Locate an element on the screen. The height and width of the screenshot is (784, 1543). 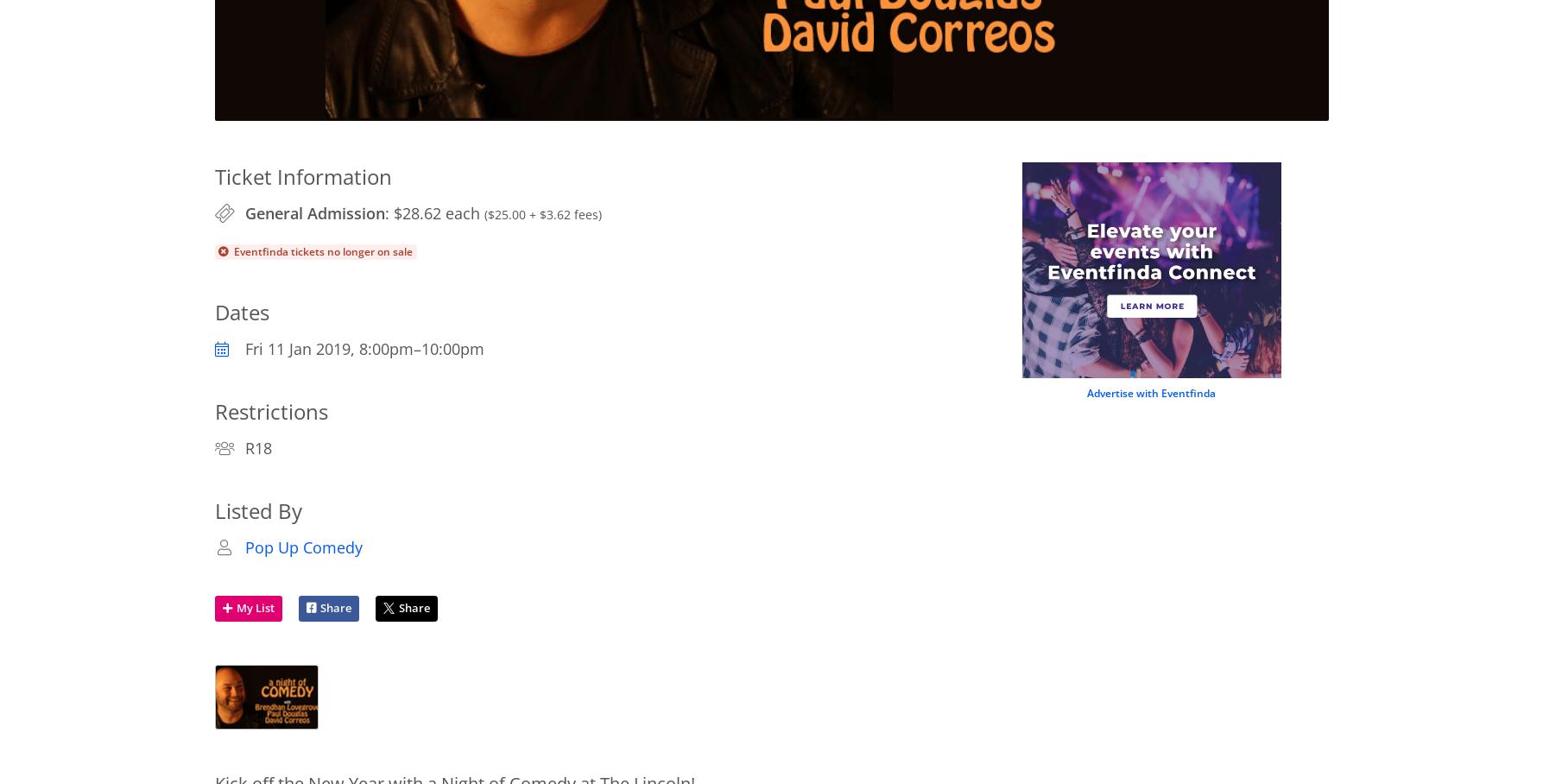
':' is located at coordinates (388, 212).